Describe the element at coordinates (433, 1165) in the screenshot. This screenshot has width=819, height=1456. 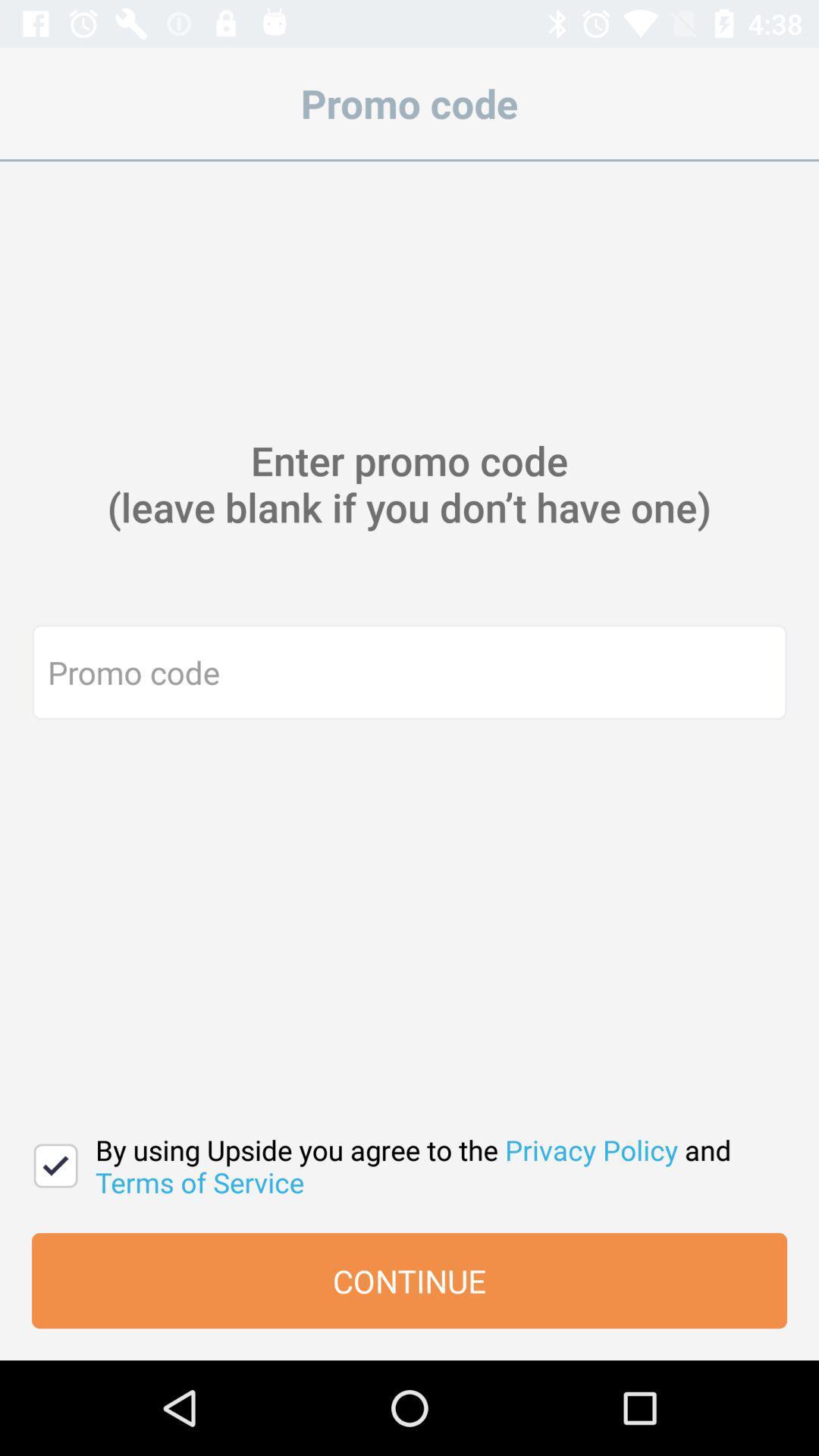
I see `the icon above continue item` at that location.